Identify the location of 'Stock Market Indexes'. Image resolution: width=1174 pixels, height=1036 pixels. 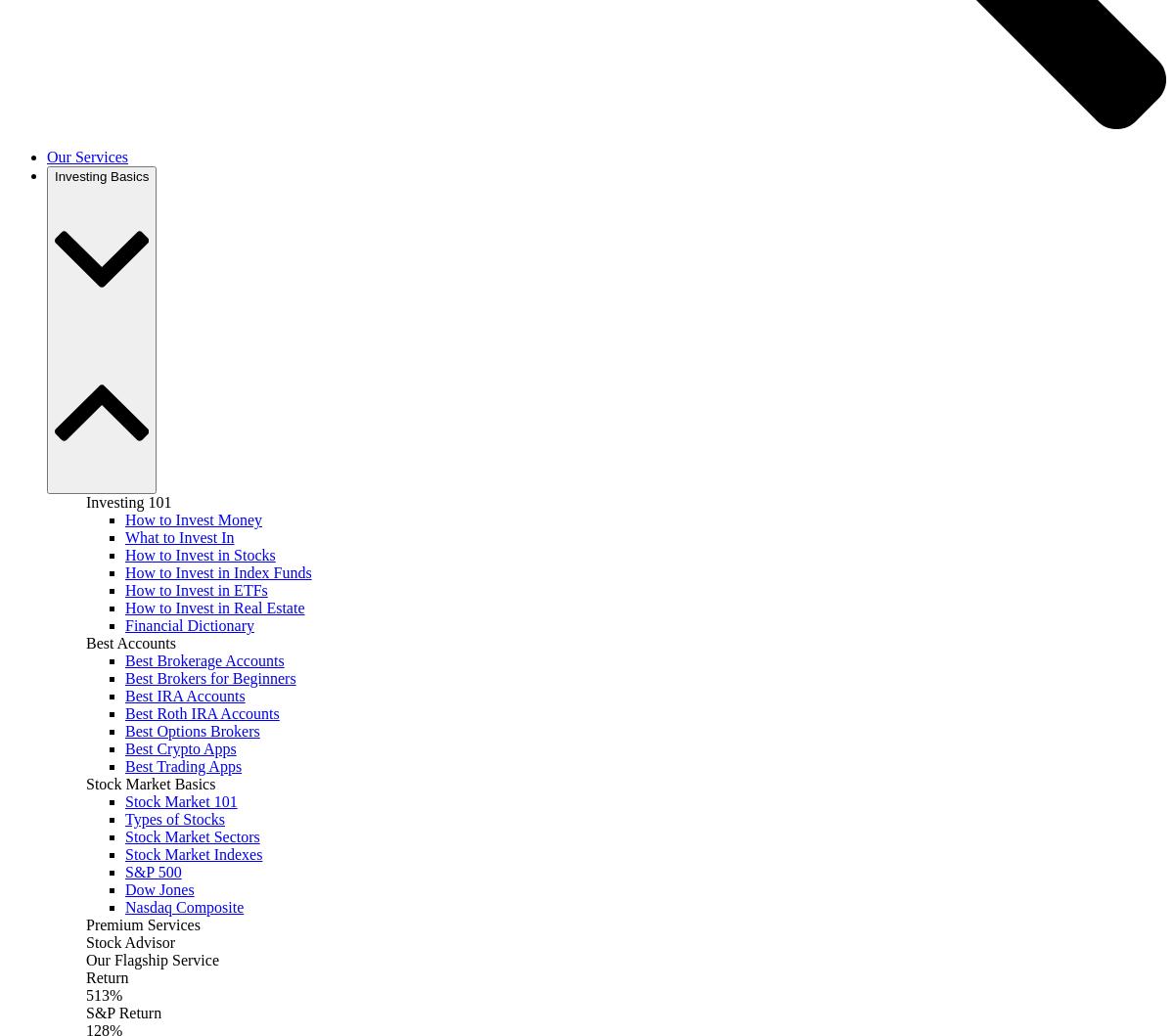
(193, 854).